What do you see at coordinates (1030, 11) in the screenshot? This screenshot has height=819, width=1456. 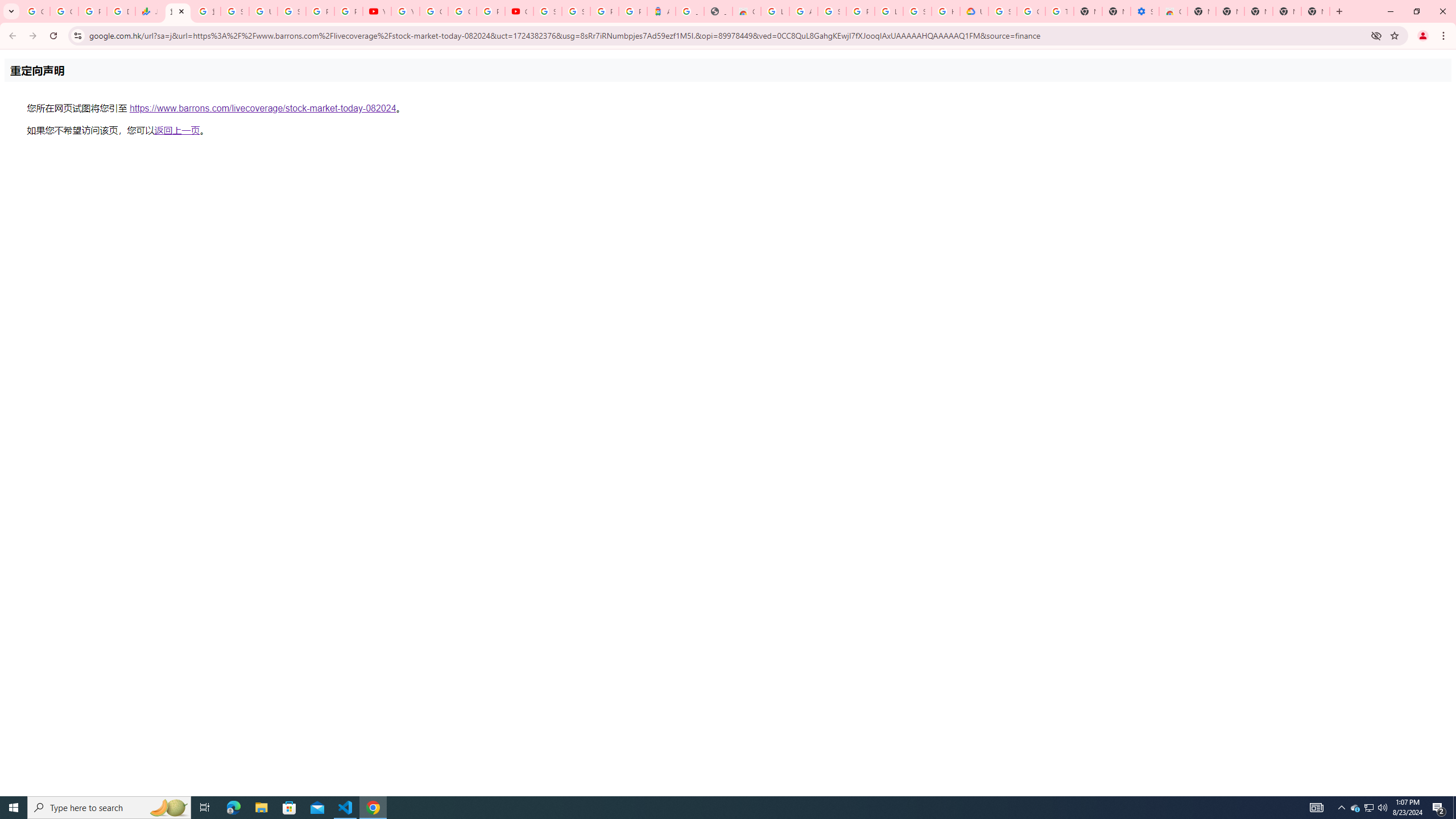 I see `'Google Account Help'` at bounding box center [1030, 11].